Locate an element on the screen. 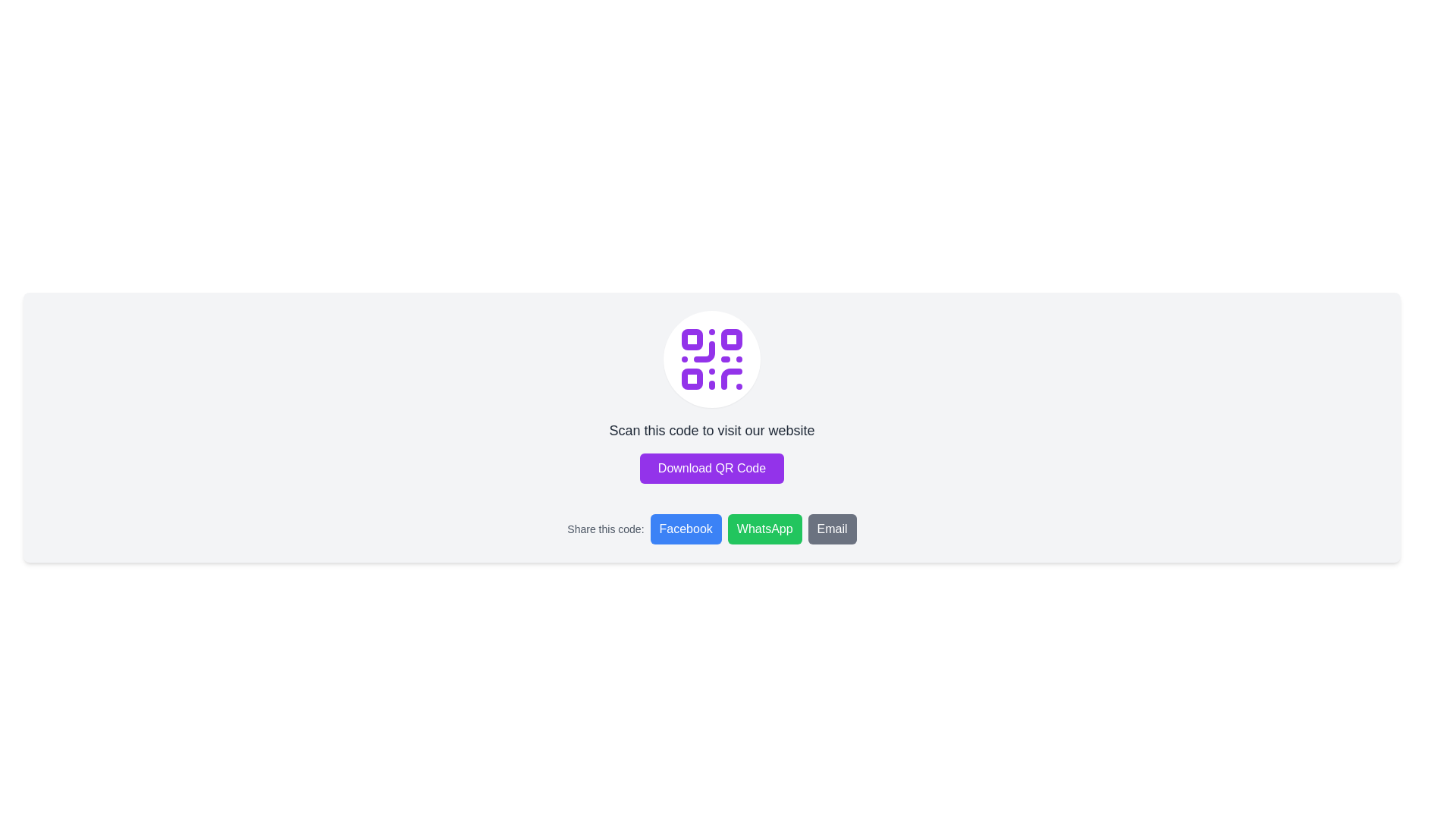 Image resolution: width=1456 pixels, height=819 pixels. the WhatsApp button in the horizontal button group to share the information on WhatsApp is located at coordinates (753, 529).